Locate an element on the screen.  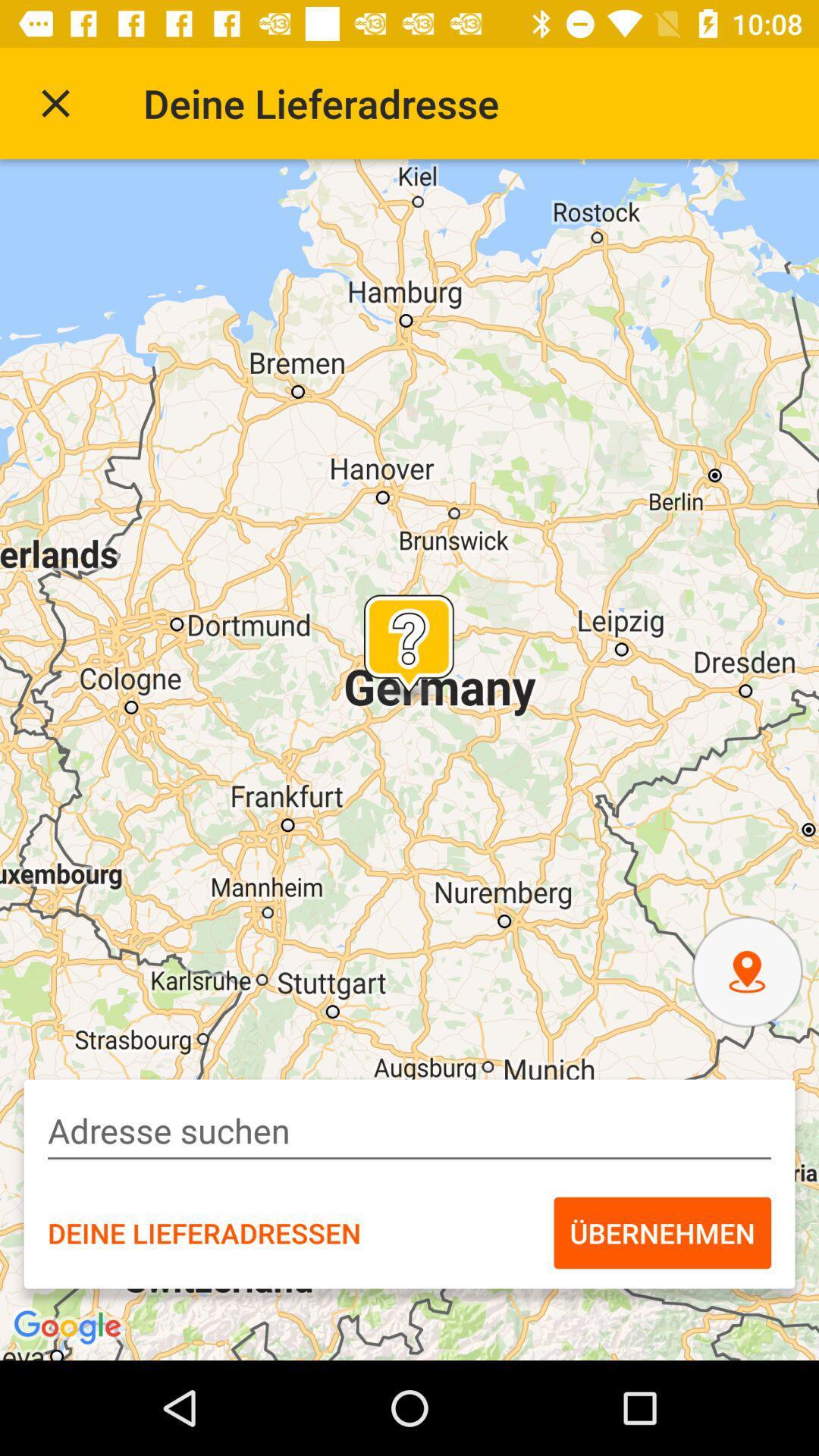
type in address box is located at coordinates (409, 1131).